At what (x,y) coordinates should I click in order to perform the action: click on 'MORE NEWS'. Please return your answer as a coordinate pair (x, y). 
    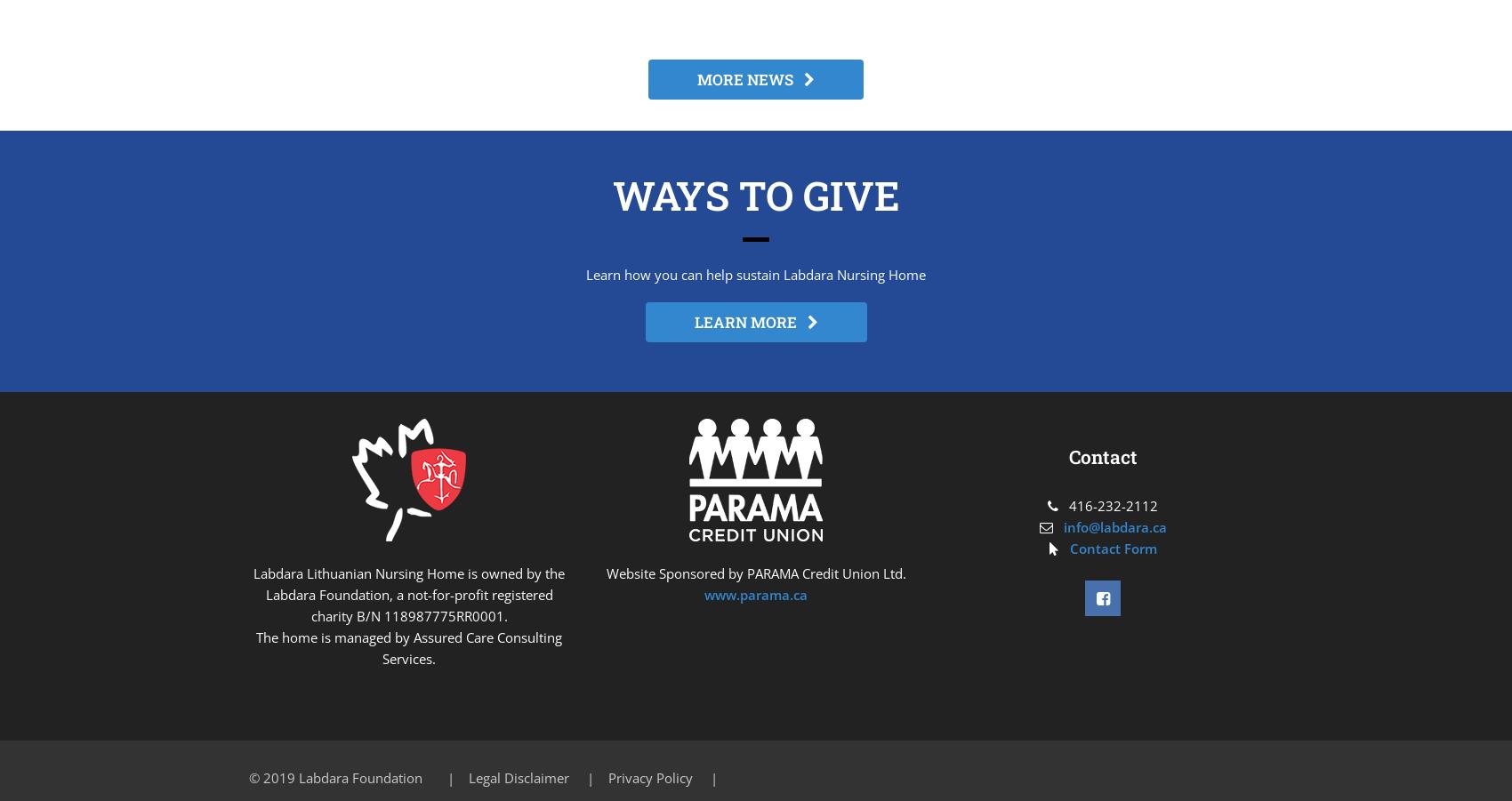
    Looking at the image, I should click on (750, 78).